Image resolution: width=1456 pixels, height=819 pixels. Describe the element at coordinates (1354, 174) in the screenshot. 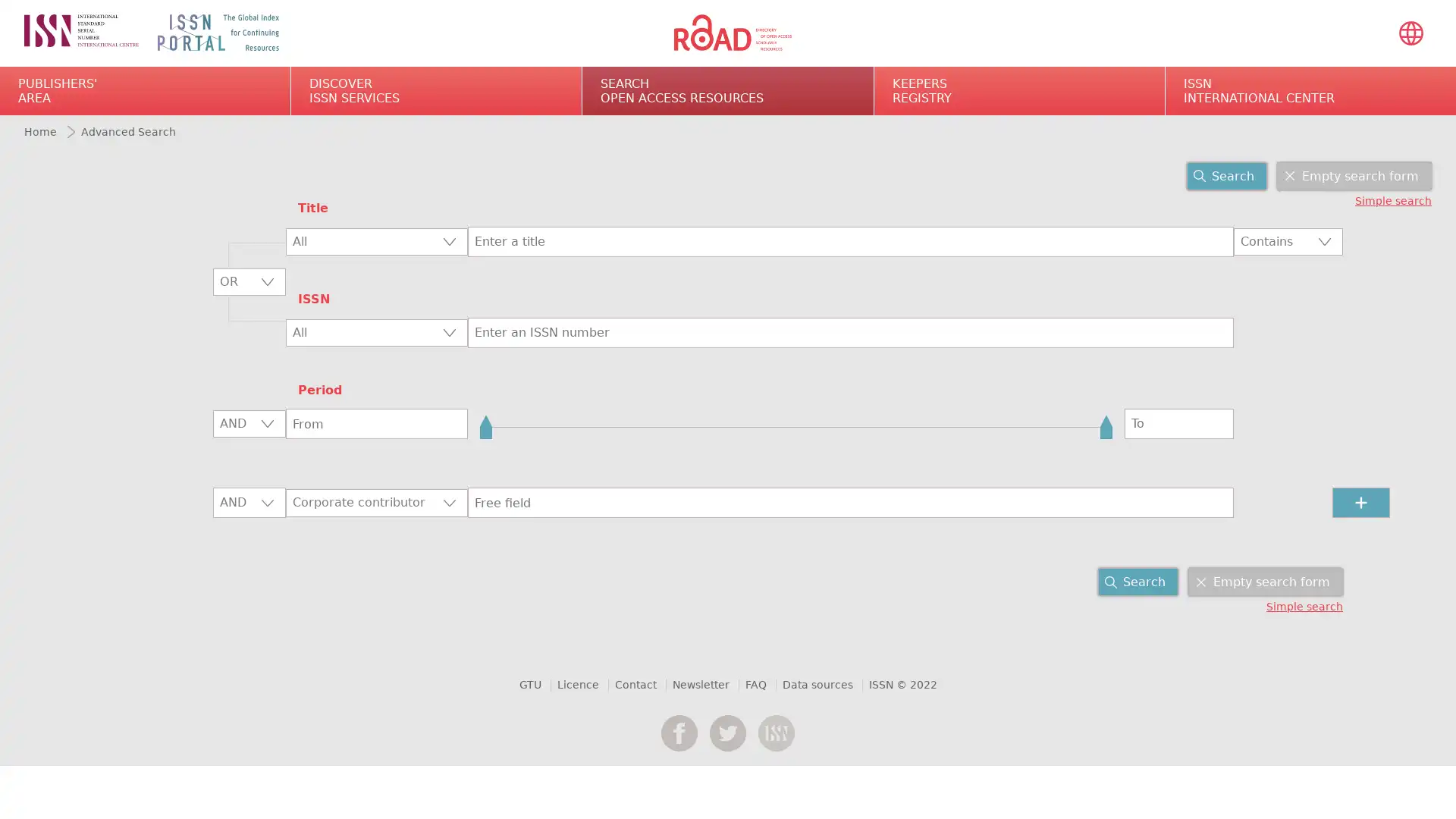

I see `Empty search form` at that location.